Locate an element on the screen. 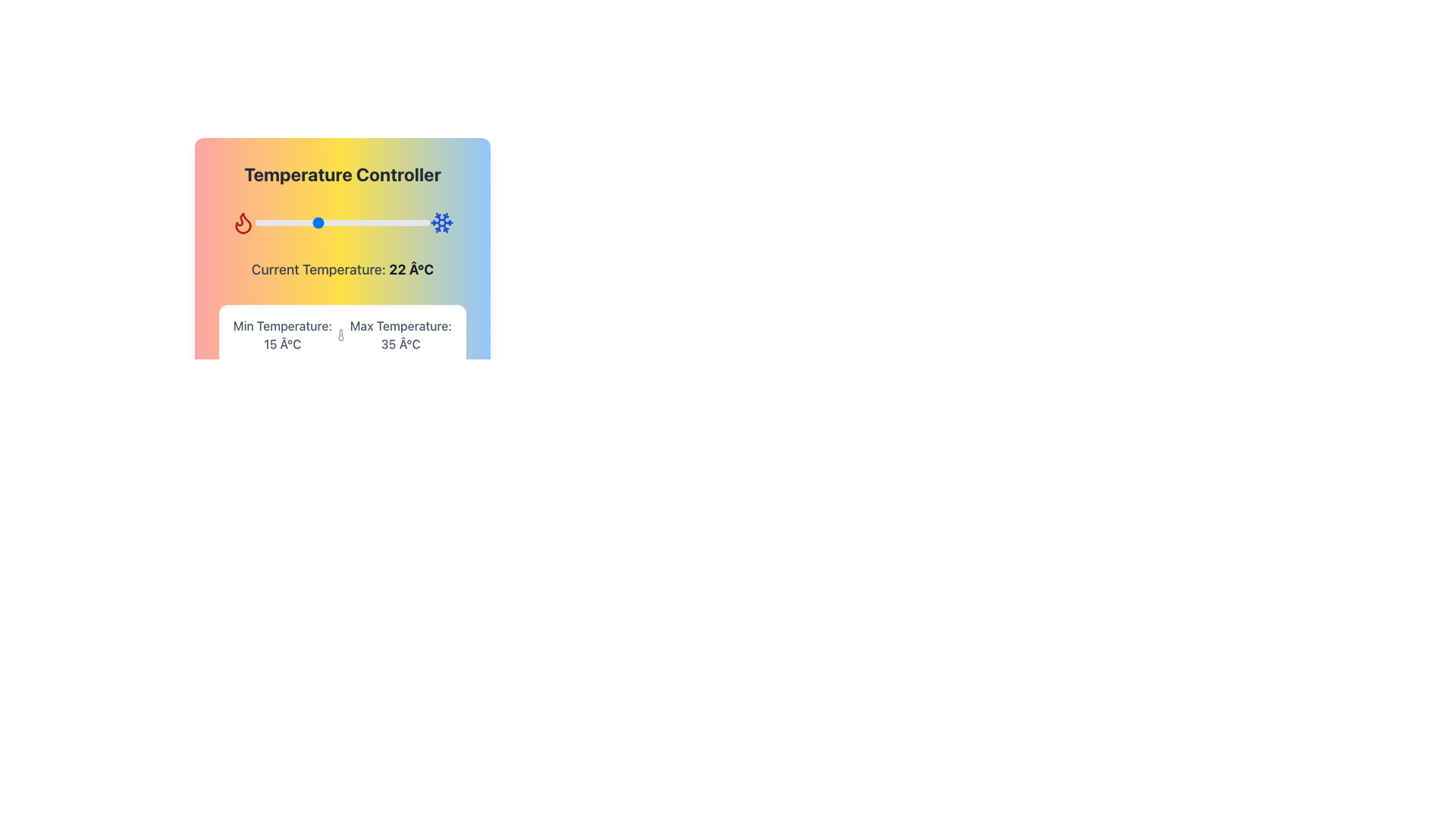  temperature is located at coordinates (264, 222).